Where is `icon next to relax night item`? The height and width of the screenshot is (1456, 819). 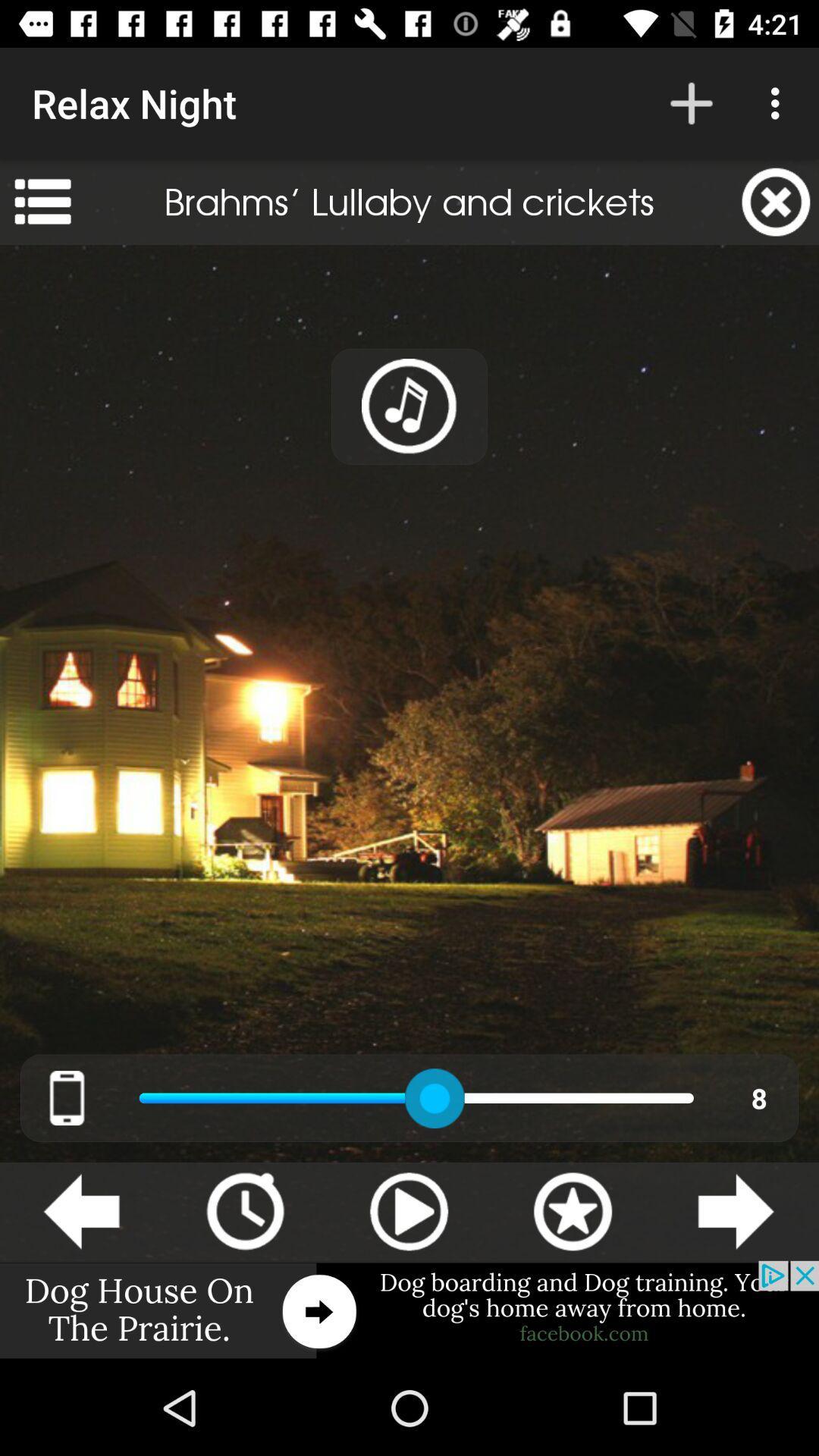
icon next to relax night item is located at coordinates (691, 102).